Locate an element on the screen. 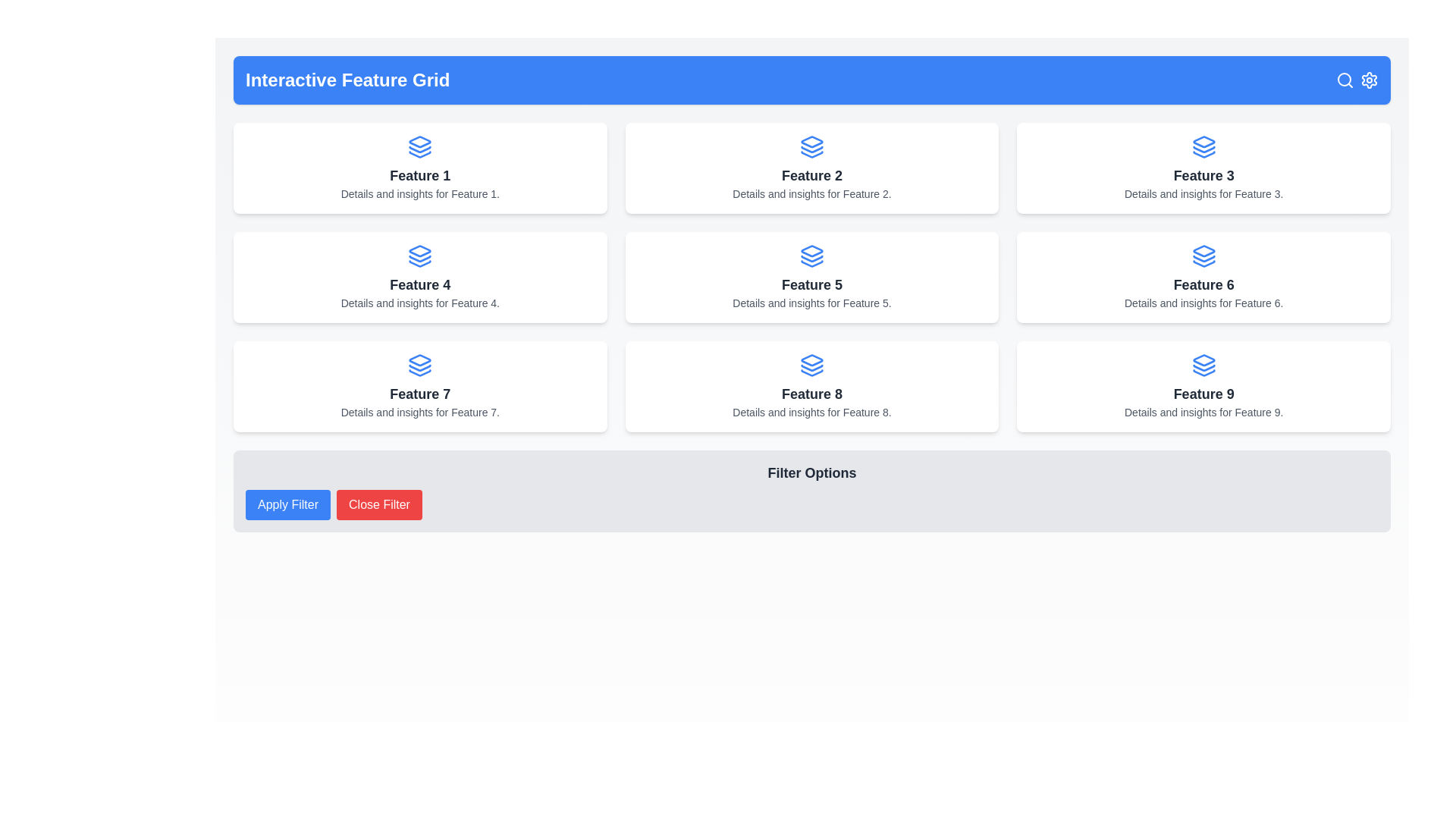  text displayed in the title or header of the top-left card in the grid layout under the blue header labeled 'Interactive Feature Grid' is located at coordinates (420, 174).